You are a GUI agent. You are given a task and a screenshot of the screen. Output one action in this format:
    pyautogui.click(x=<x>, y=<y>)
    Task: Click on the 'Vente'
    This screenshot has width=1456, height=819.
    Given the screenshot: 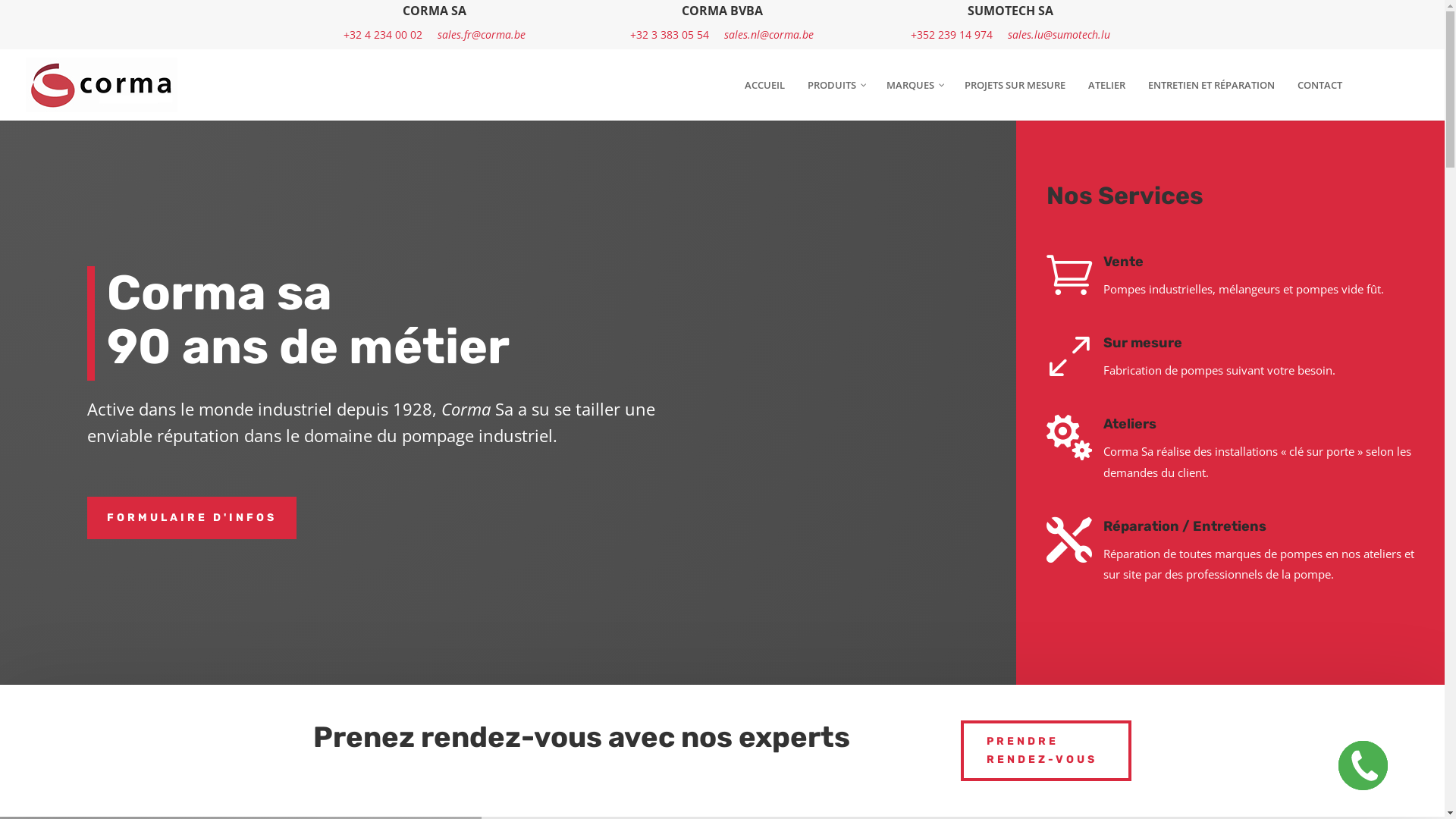 What is the action you would take?
    pyautogui.click(x=1123, y=260)
    